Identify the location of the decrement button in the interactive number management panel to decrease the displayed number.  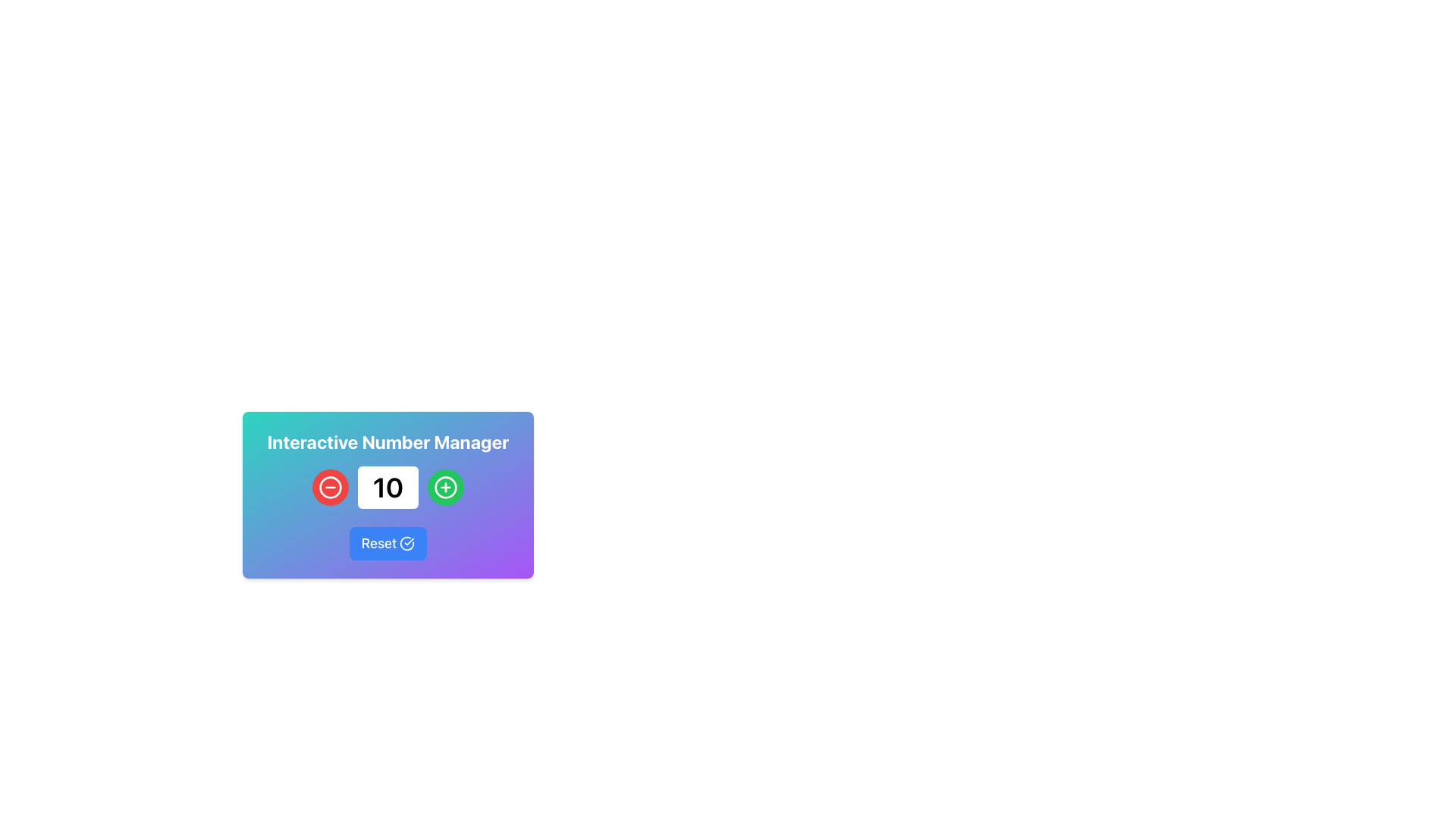
(330, 488).